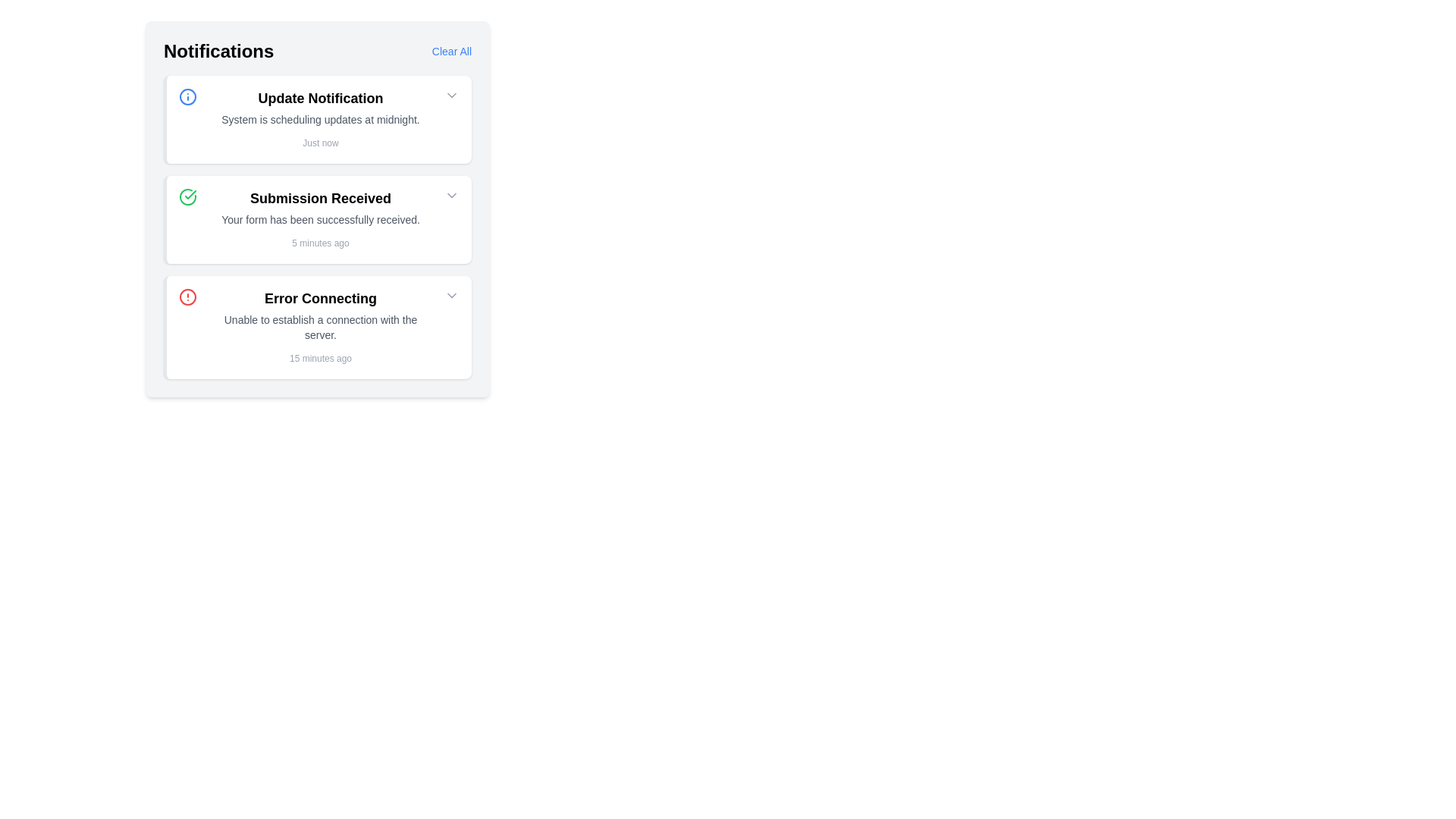  What do you see at coordinates (319, 143) in the screenshot?
I see `the timestamp text label located at the bottom-right of the 'Update Notification' card, which indicates when the notification was generated or last updated` at bounding box center [319, 143].